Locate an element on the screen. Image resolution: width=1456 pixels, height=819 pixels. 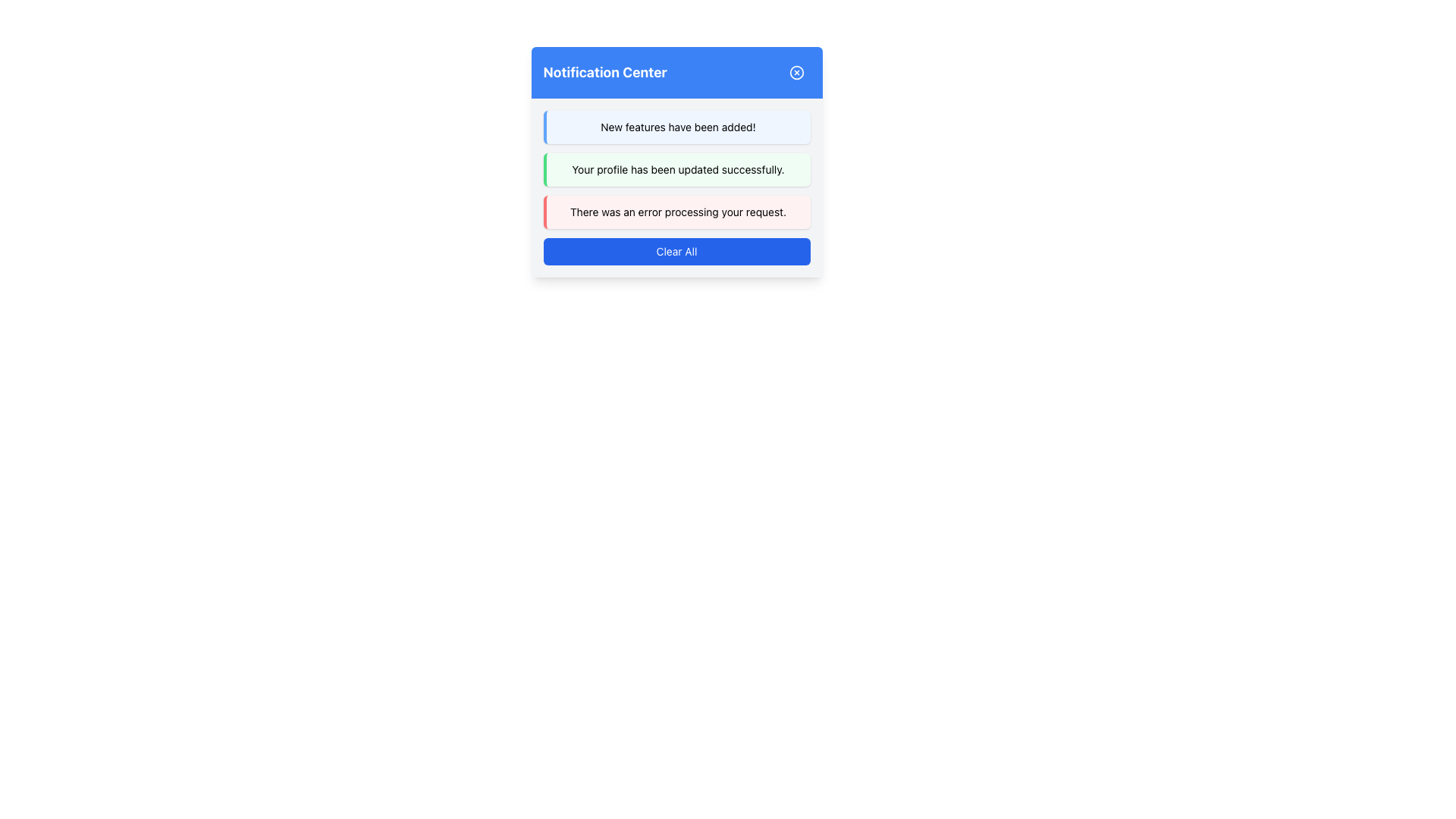
the notification message 'Your profile has been updated successfully.' located in the Notification Center, which indicates a successful update with a green background is located at coordinates (677, 169).